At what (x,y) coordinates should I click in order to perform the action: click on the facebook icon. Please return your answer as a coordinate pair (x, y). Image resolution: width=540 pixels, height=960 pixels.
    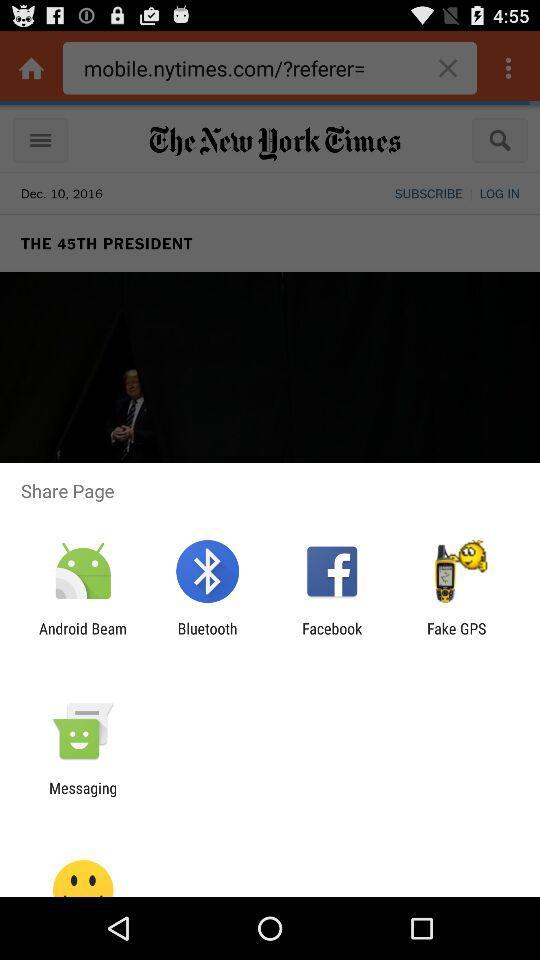
    Looking at the image, I should click on (332, 636).